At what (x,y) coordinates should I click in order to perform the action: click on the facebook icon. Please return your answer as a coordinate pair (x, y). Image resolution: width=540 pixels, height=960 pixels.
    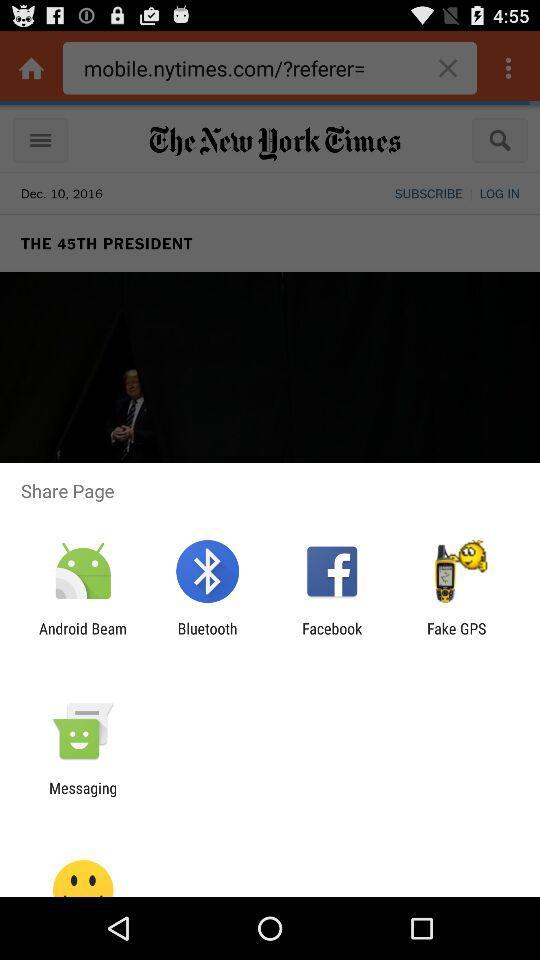
    Looking at the image, I should click on (332, 636).